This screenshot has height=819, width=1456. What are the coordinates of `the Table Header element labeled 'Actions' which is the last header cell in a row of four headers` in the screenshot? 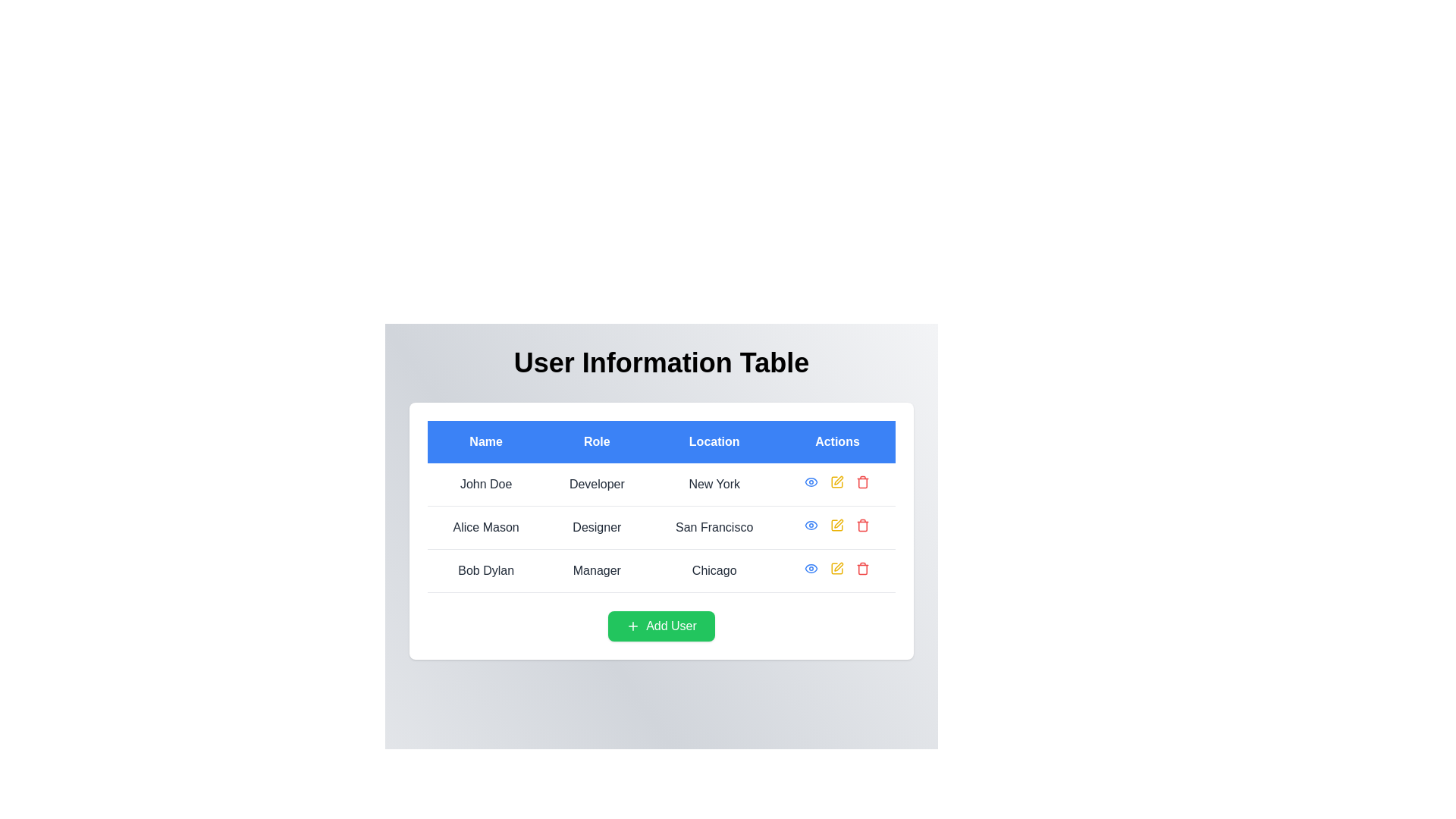 It's located at (836, 441).